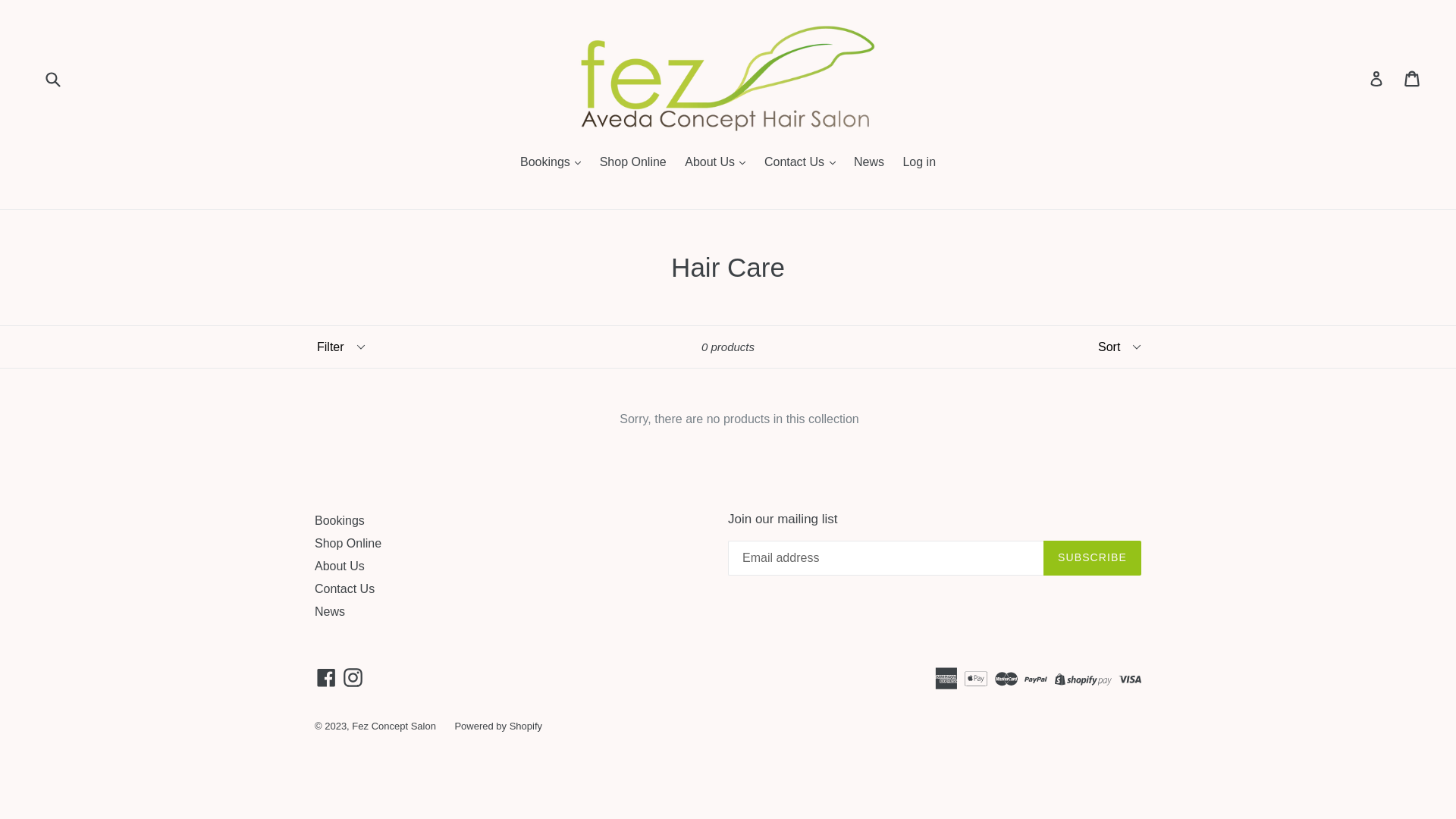 This screenshot has height=819, width=1456. What do you see at coordinates (1092, 558) in the screenshot?
I see `'SUBSCRIBE'` at bounding box center [1092, 558].